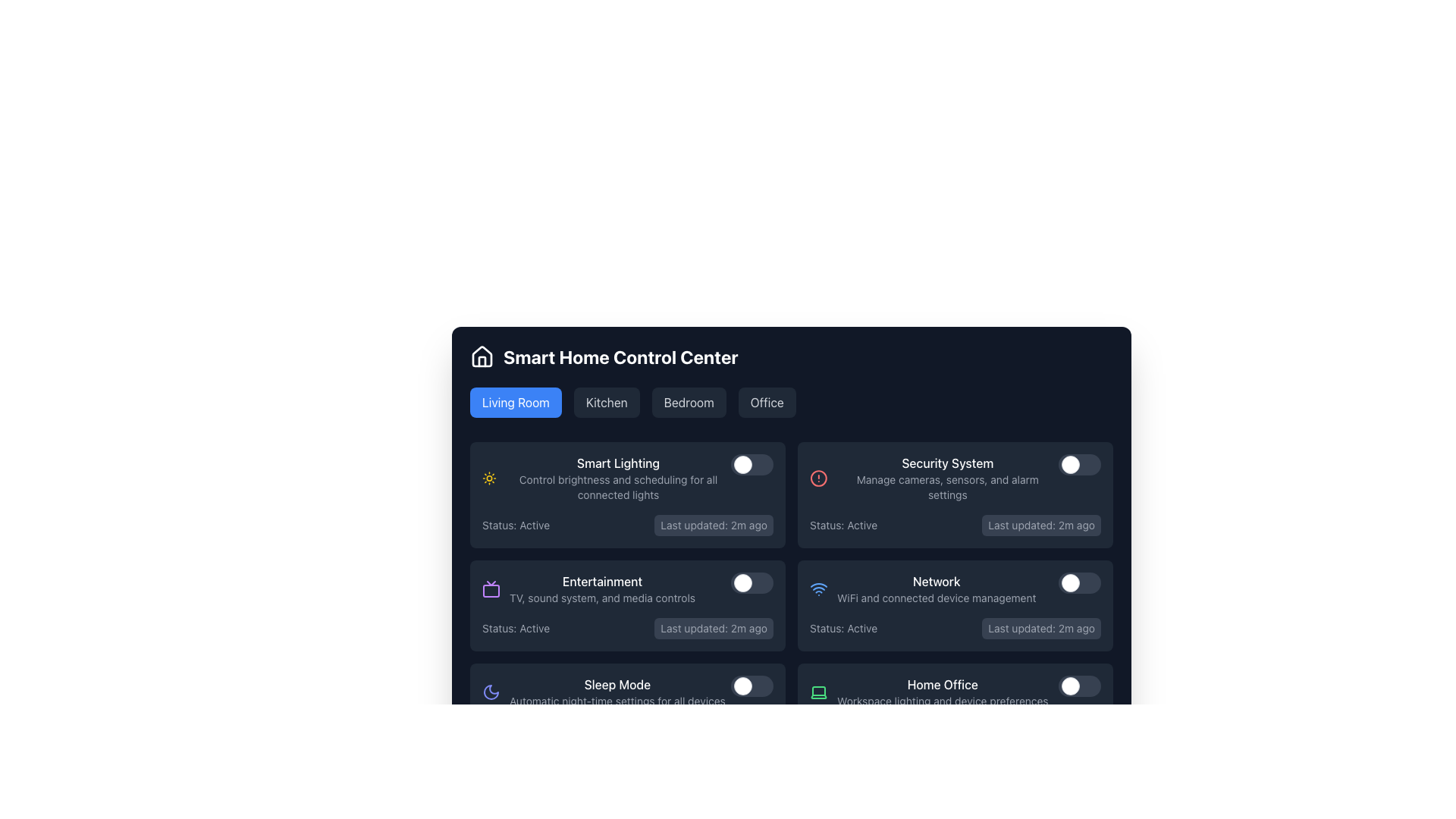 This screenshot has width=1456, height=819. What do you see at coordinates (617, 701) in the screenshot?
I see `the static text label that provides additional details for the 'Sleep Mode' feature, located below the 'Sleep Mode' text in the smart home control settings panel` at bounding box center [617, 701].